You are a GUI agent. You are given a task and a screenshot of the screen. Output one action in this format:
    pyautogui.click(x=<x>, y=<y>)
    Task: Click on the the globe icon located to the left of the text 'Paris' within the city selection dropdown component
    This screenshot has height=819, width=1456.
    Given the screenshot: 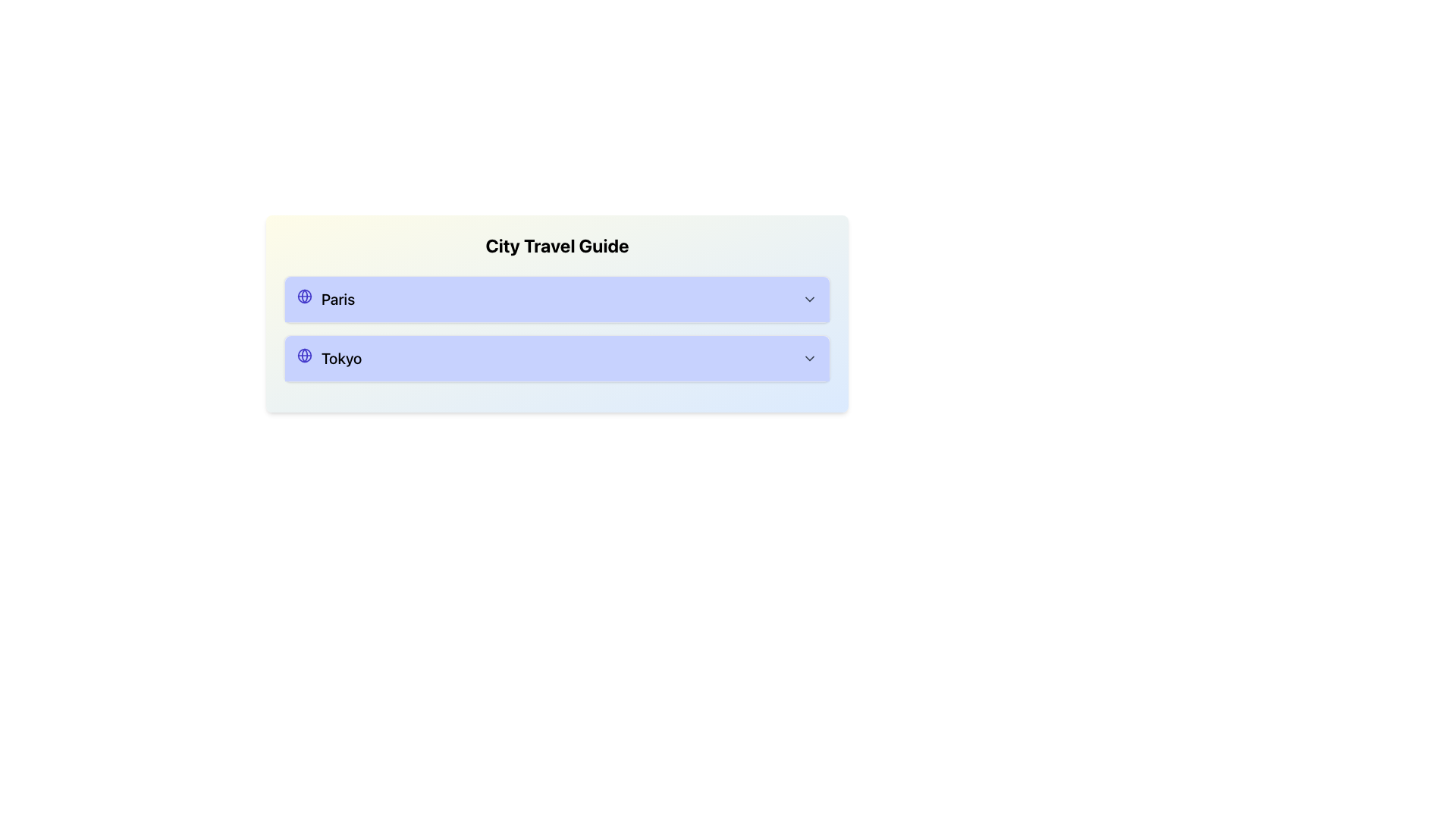 What is the action you would take?
    pyautogui.click(x=304, y=296)
    